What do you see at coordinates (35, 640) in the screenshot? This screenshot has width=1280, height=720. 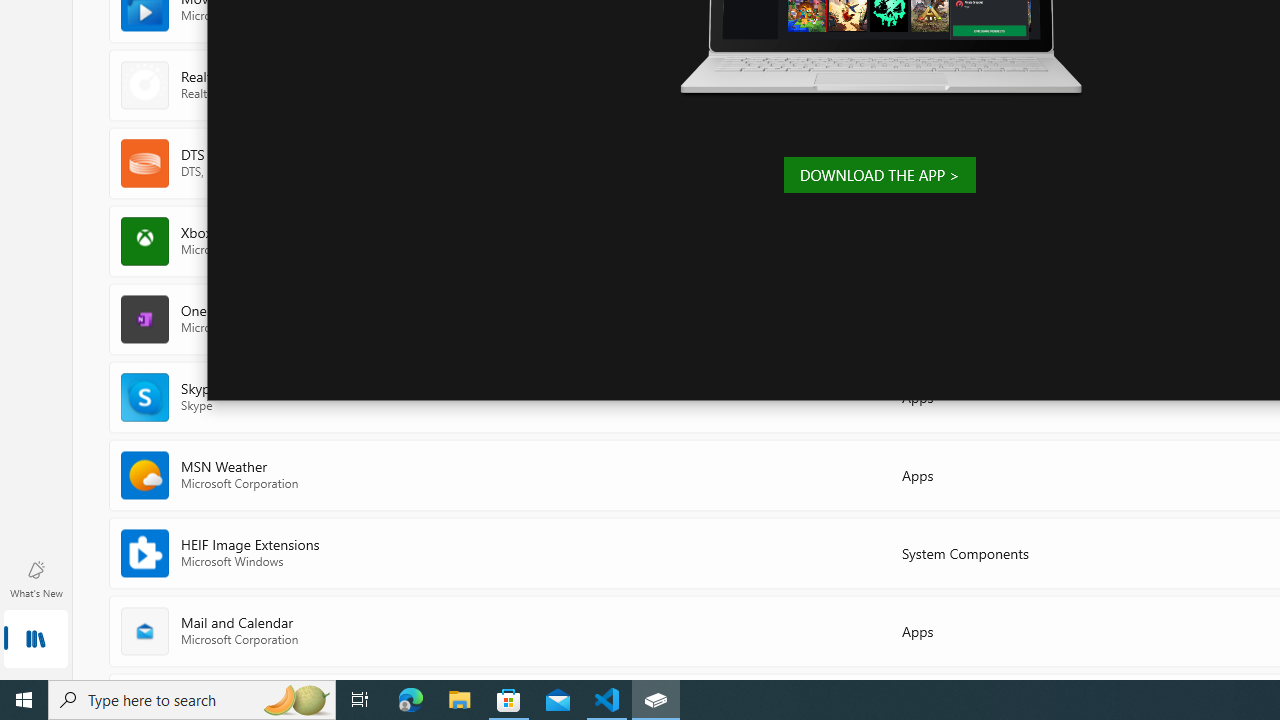 I see `'Library'` at bounding box center [35, 640].